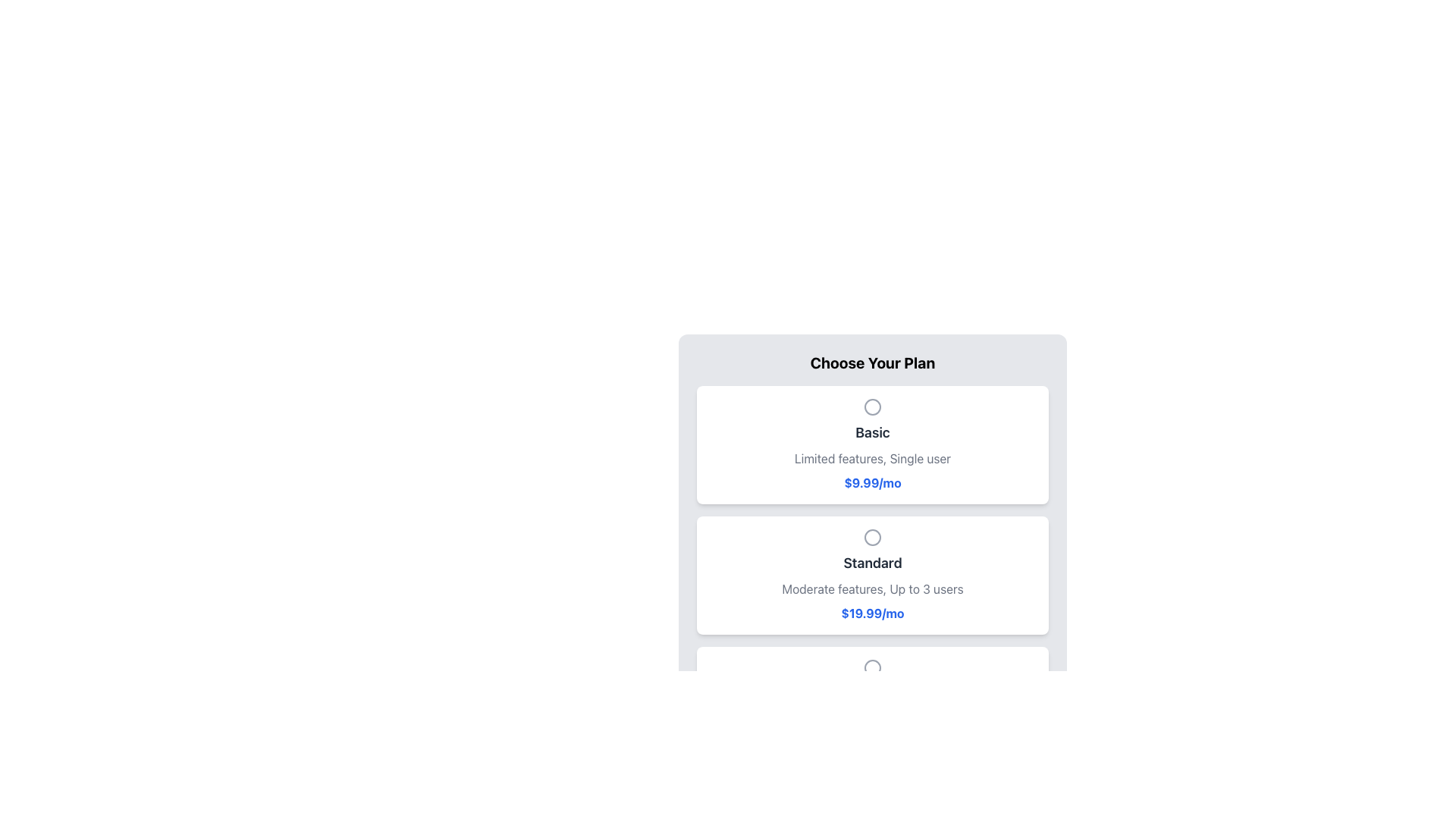  What do you see at coordinates (873, 705) in the screenshot?
I see `the 'Premium' pricing plan card, which is the third card in a vertical column, to perform additional actions` at bounding box center [873, 705].